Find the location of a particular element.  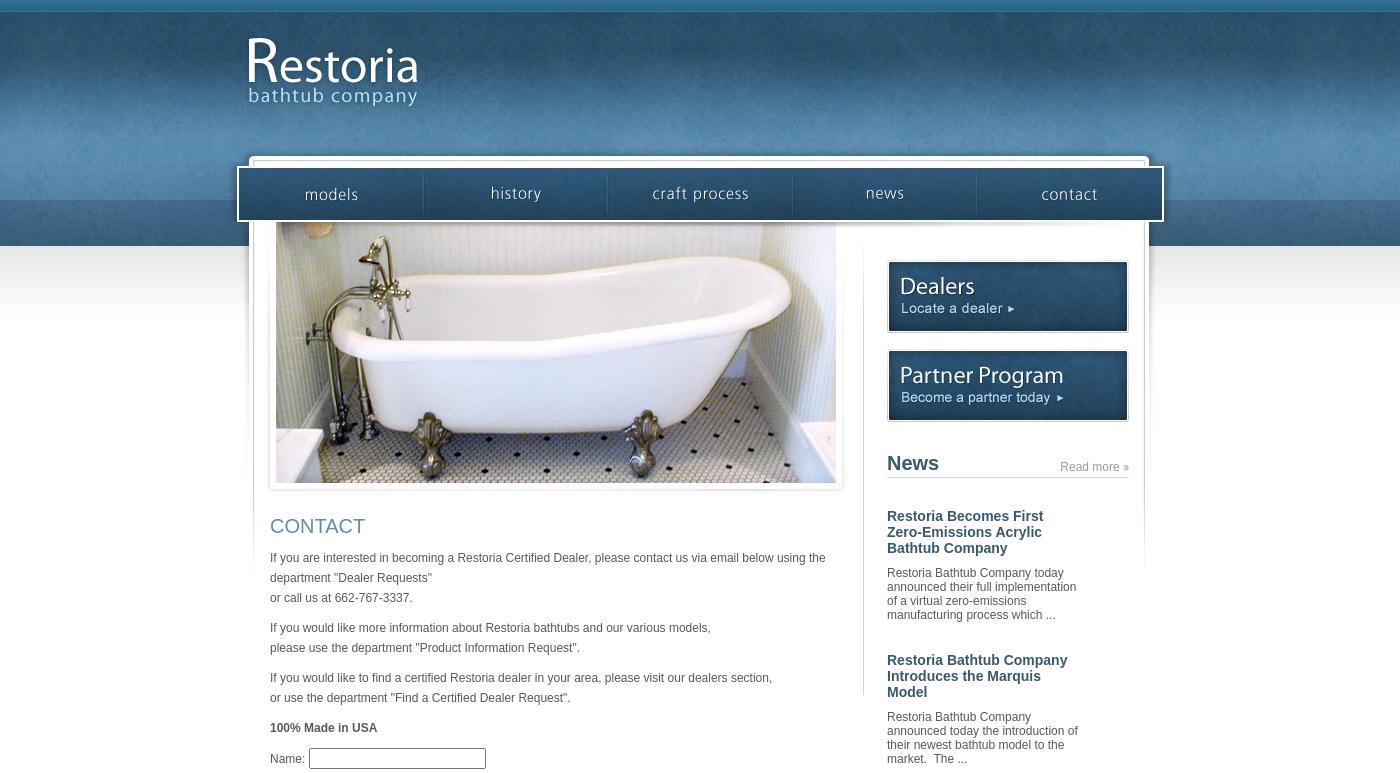

'Restoria Becomes First Zero-Emissions Acrylic Bathtub Company' is located at coordinates (965, 530).